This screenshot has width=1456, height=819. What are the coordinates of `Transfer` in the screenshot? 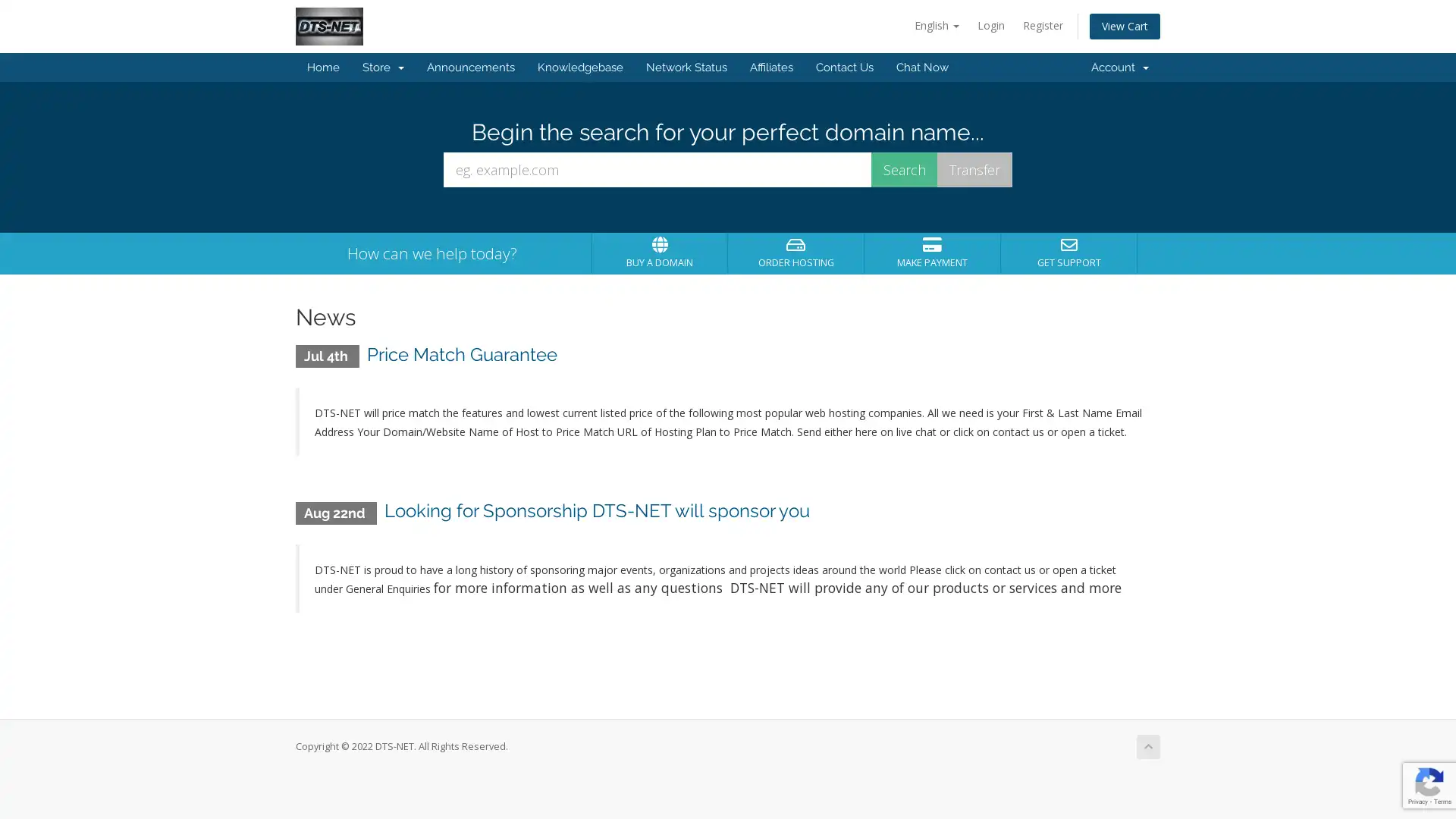 It's located at (974, 169).